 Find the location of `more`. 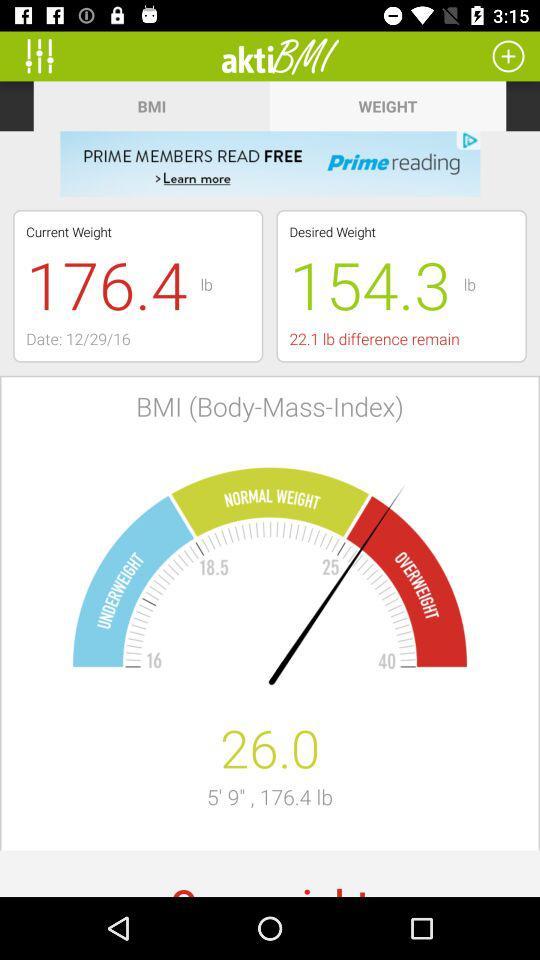

more is located at coordinates (508, 55).